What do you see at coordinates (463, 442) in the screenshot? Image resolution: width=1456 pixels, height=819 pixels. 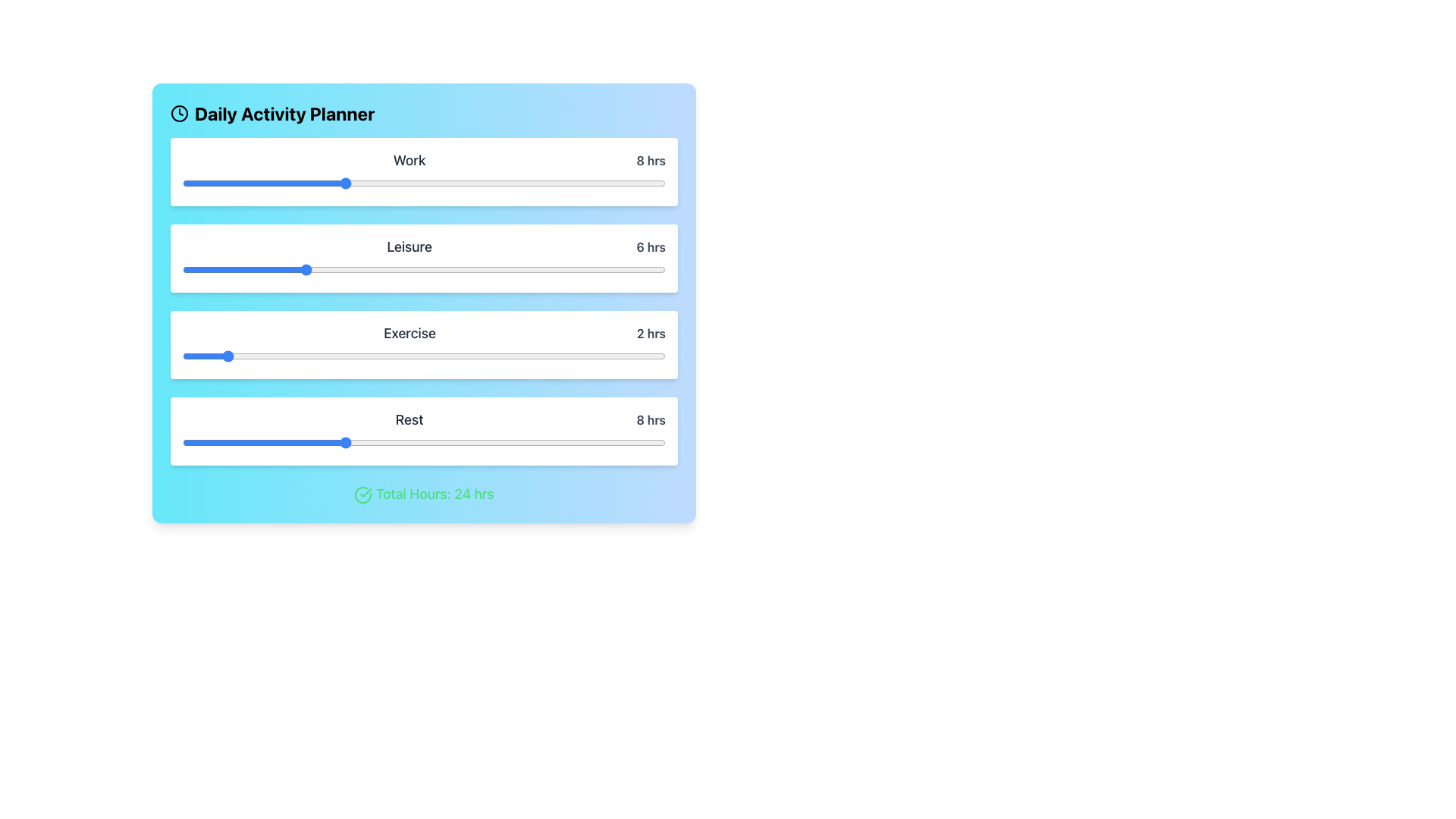 I see `the 'Rest' hours` at bounding box center [463, 442].